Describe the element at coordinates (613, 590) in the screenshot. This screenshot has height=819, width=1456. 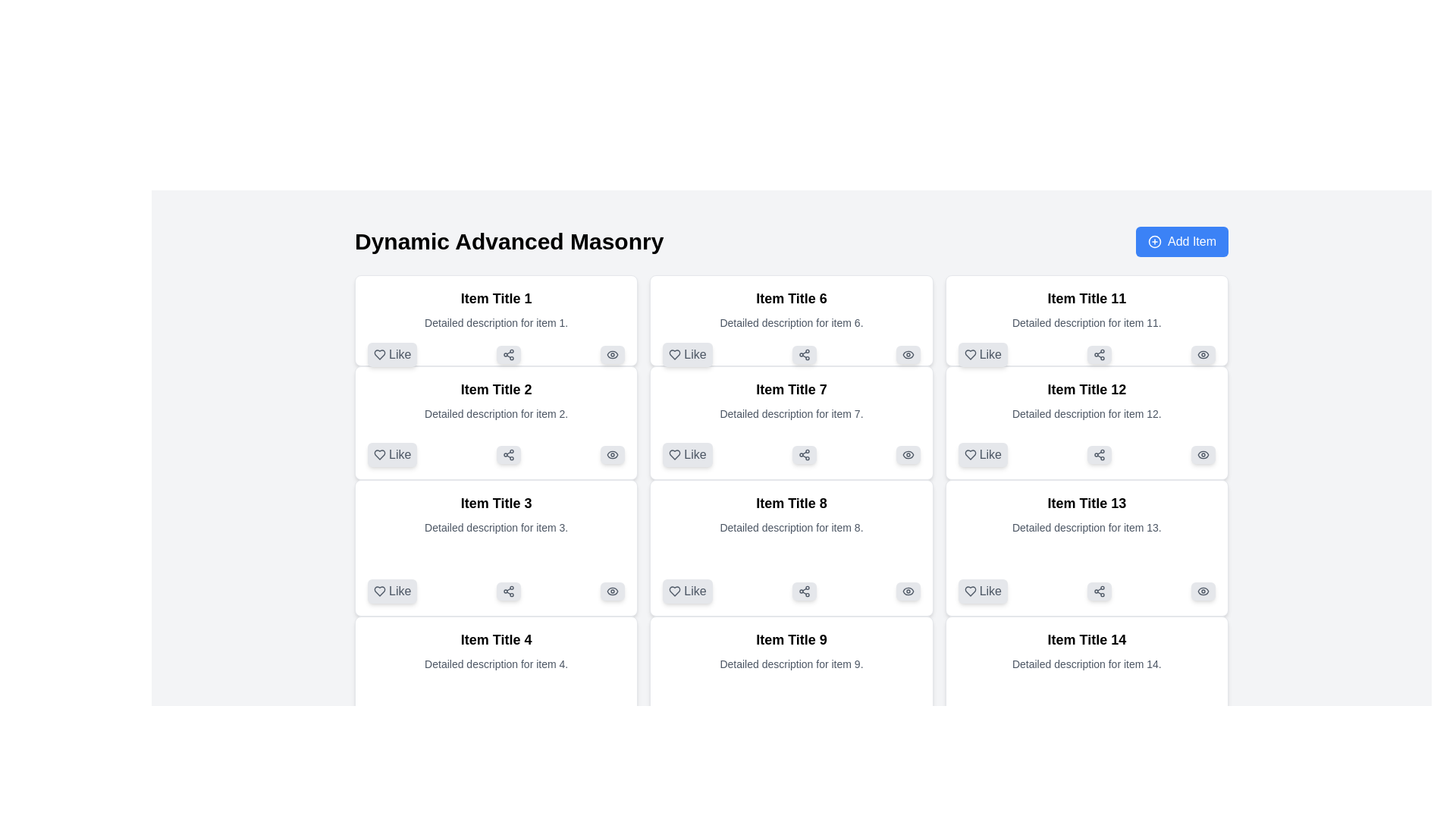
I see `the eye icon button within the 'Item Title 3' section` at that location.